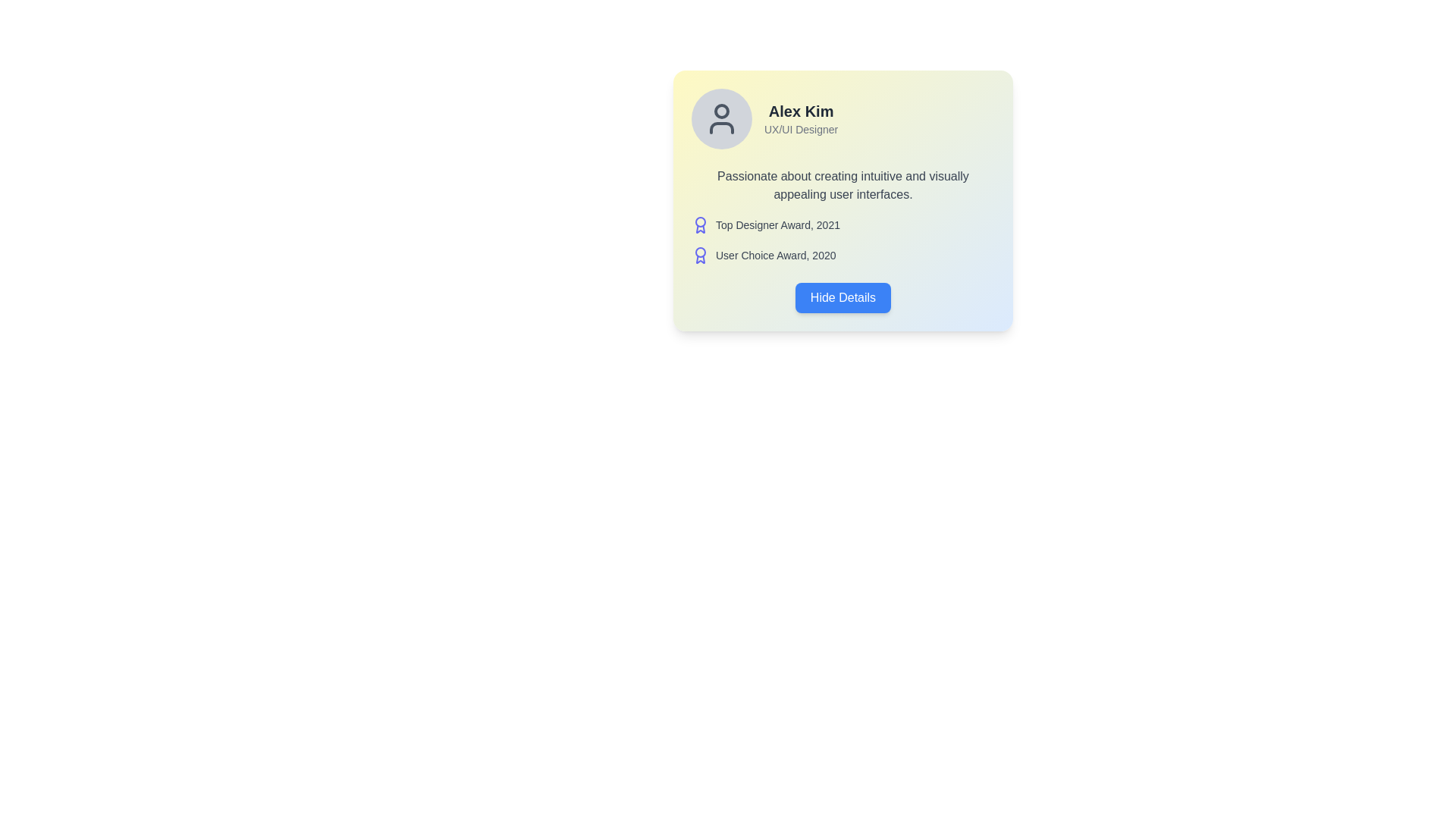  Describe the element at coordinates (720, 118) in the screenshot. I see `the profile image placeholder located at the top-left of the profile card layout, which visually identifies the user` at that location.